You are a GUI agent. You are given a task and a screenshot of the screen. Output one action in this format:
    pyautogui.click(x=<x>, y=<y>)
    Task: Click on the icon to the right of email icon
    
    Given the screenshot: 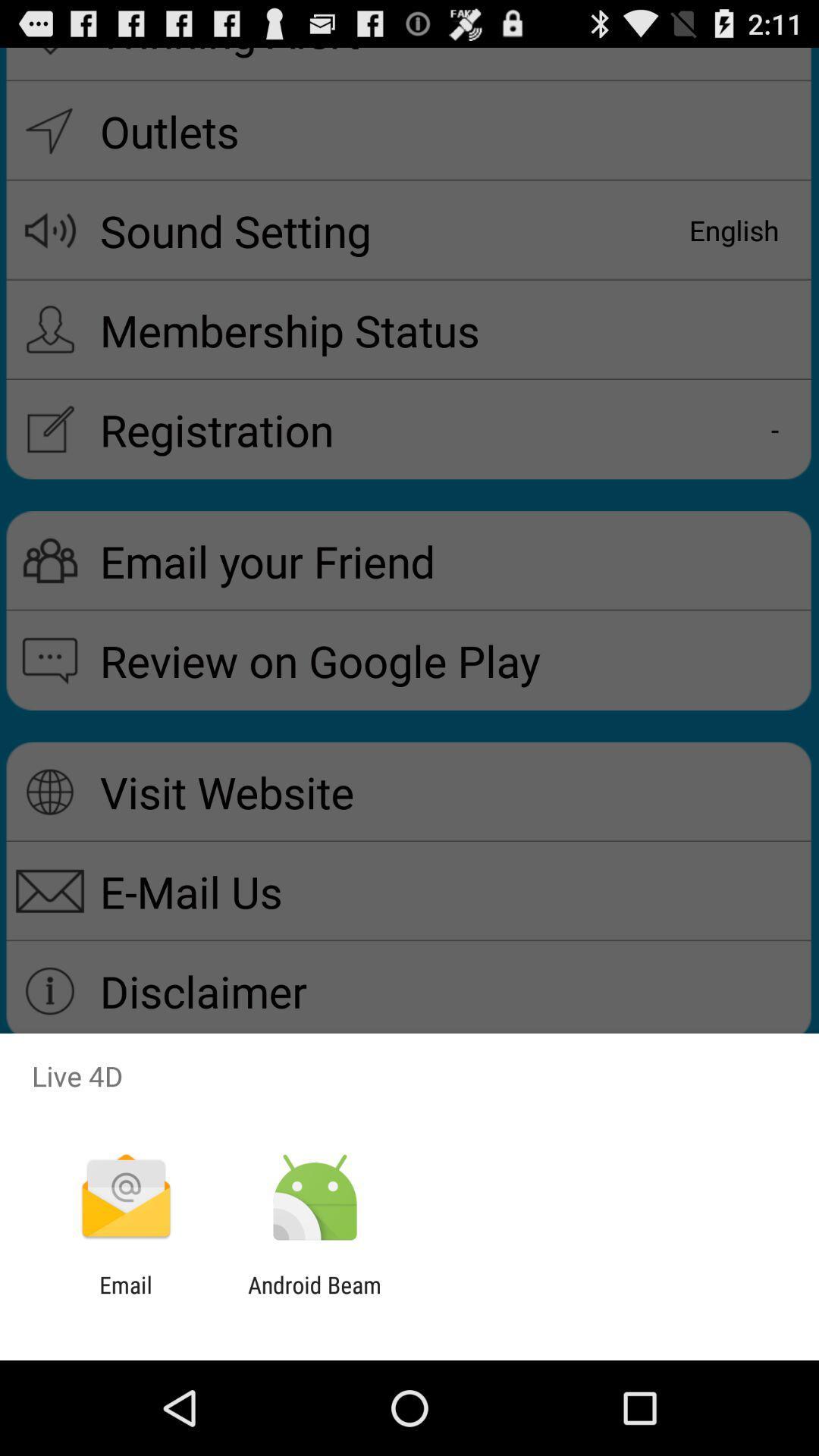 What is the action you would take?
    pyautogui.click(x=314, y=1298)
    